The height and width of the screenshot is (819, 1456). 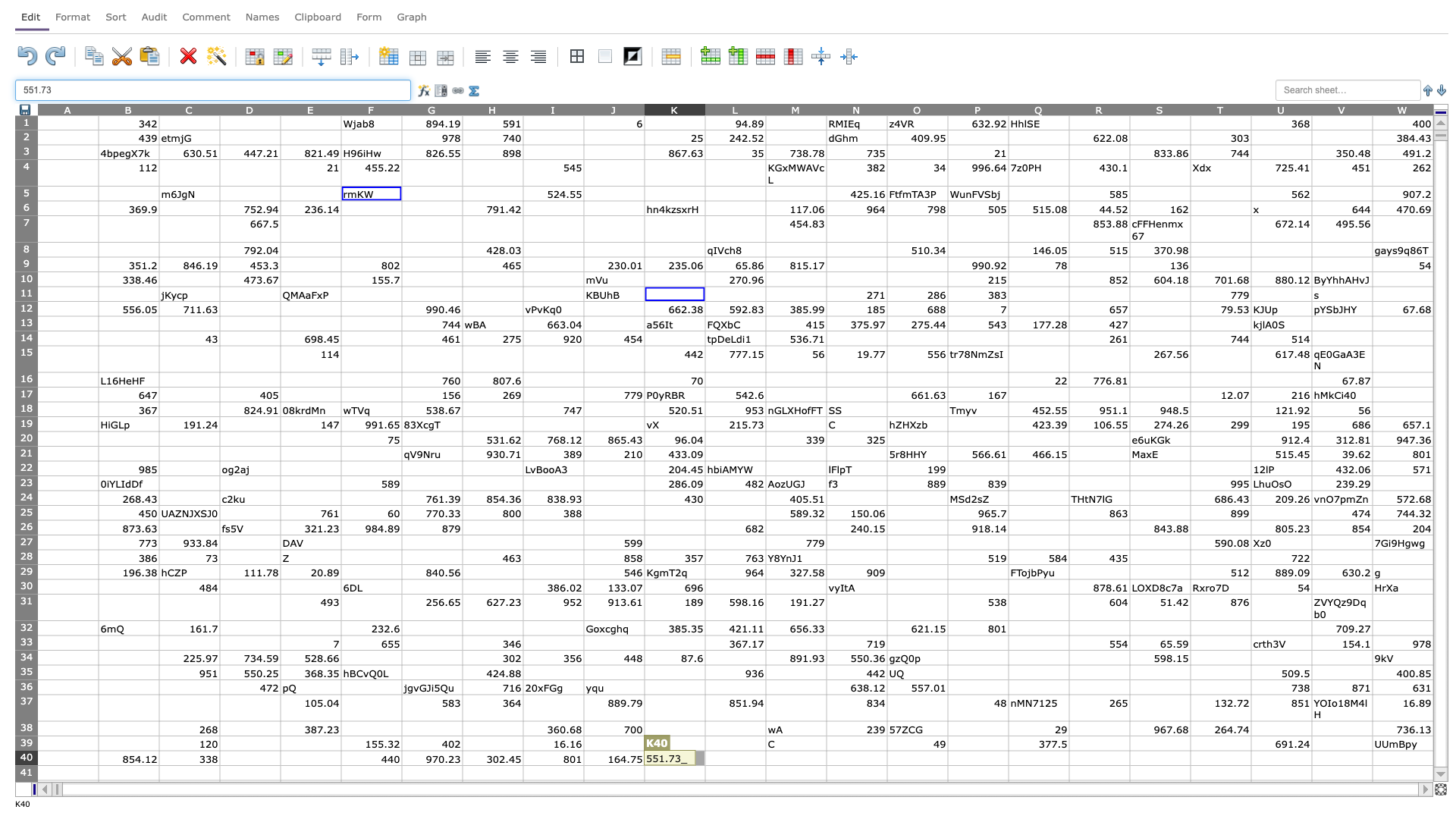 What do you see at coordinates (825, 758) in the screenshot?
I see `left edge of N40` at bounding box center [825, 758].